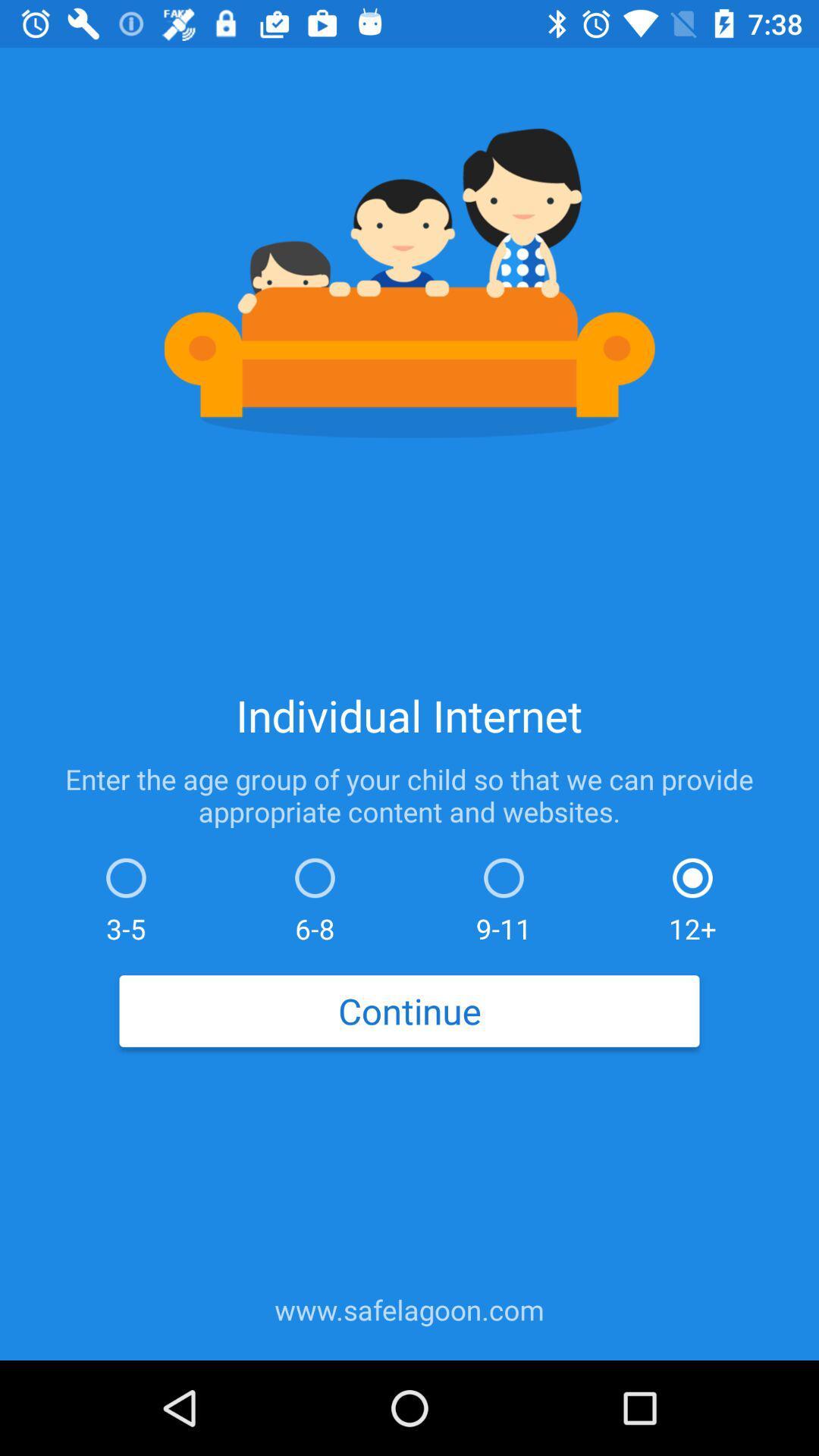  I want to click on the item to the right of 6-8, so click(504, 896).